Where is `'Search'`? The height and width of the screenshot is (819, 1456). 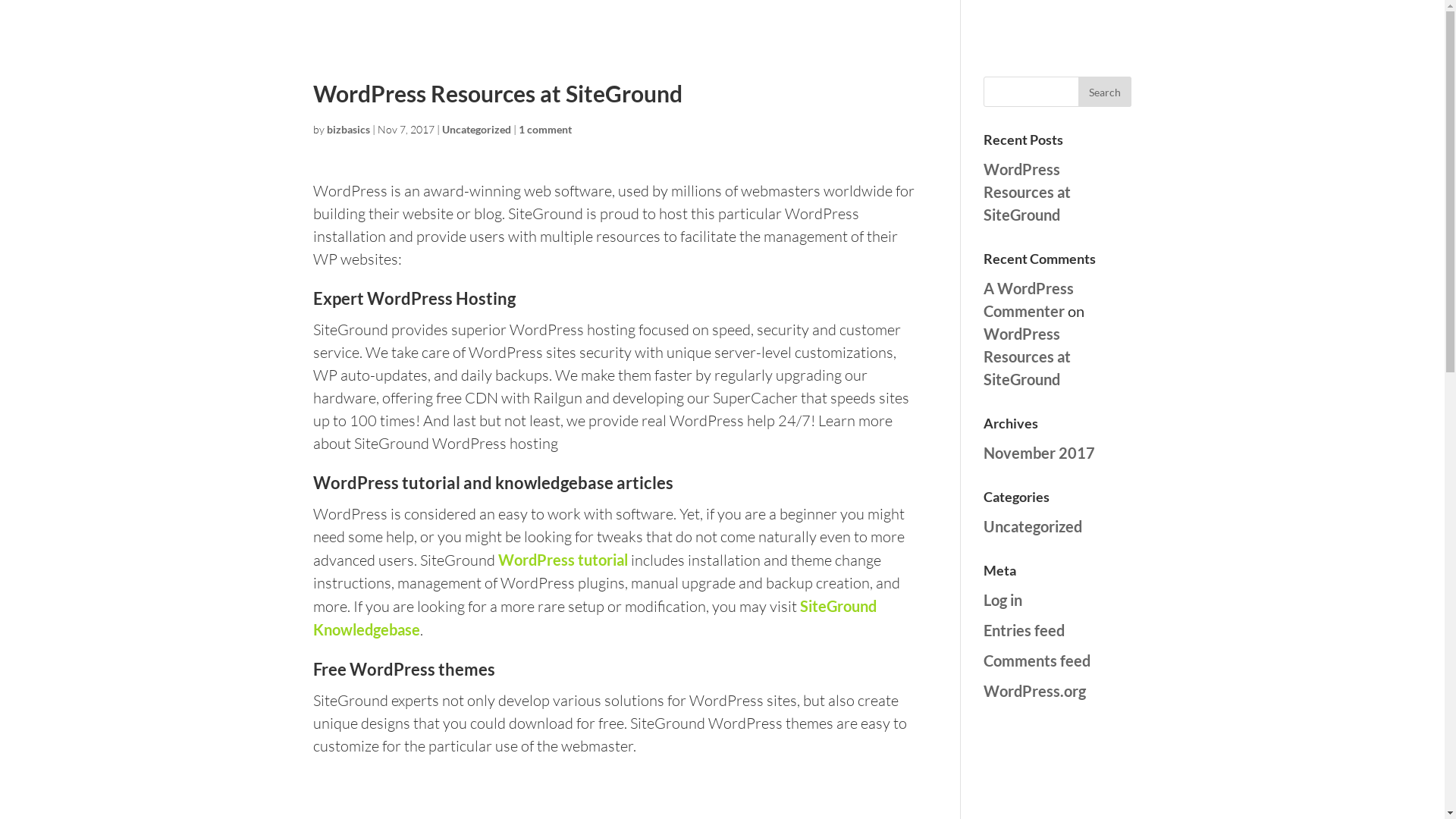
'Search' is located at coordinates (1077, 91).